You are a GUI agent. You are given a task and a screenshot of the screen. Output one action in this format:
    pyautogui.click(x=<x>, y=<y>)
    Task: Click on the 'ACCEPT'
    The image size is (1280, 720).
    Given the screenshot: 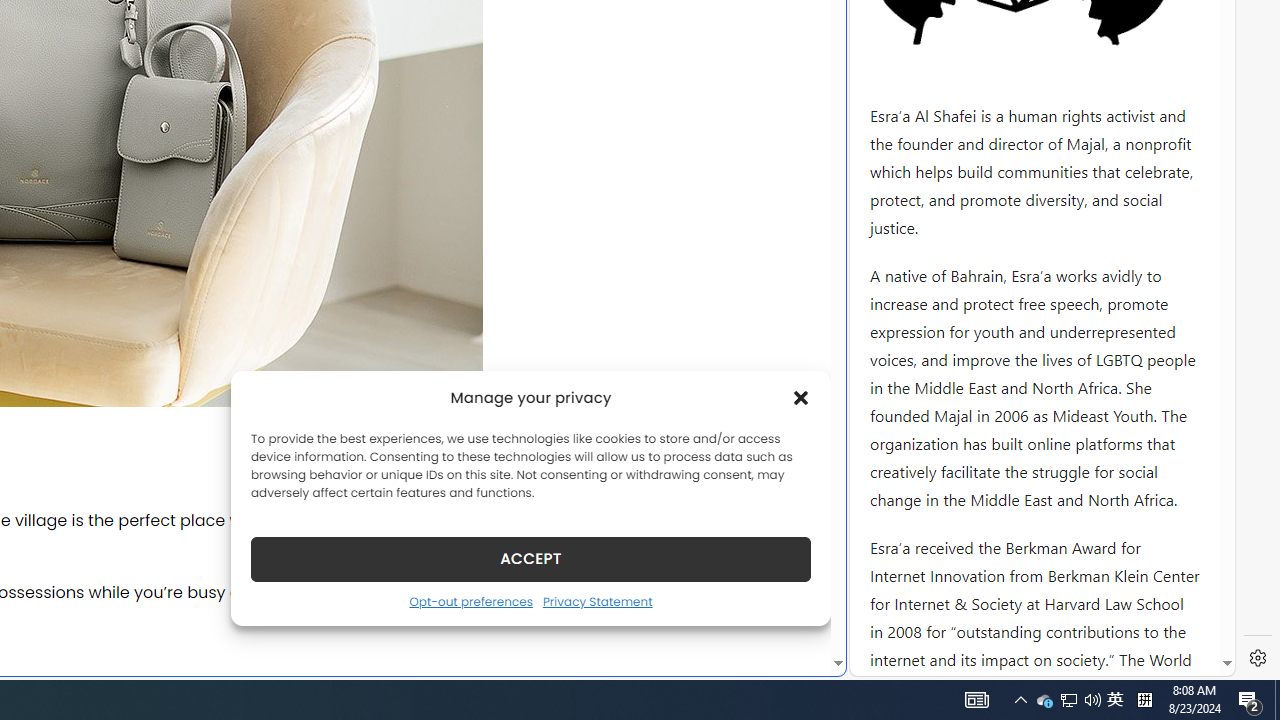 What is the action you would take?
    pyautogui.click(x=531, y=558)
    